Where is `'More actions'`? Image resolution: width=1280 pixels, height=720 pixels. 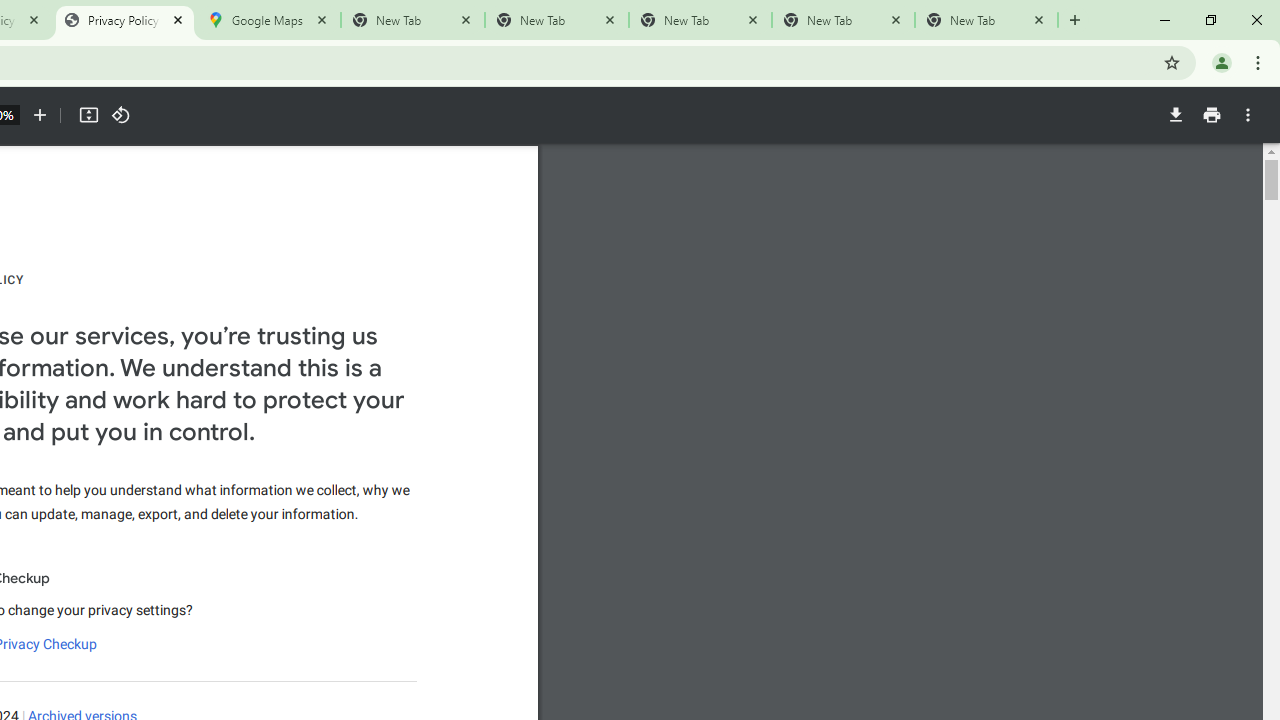
'More actions' is located at coordinates (1247, 115).